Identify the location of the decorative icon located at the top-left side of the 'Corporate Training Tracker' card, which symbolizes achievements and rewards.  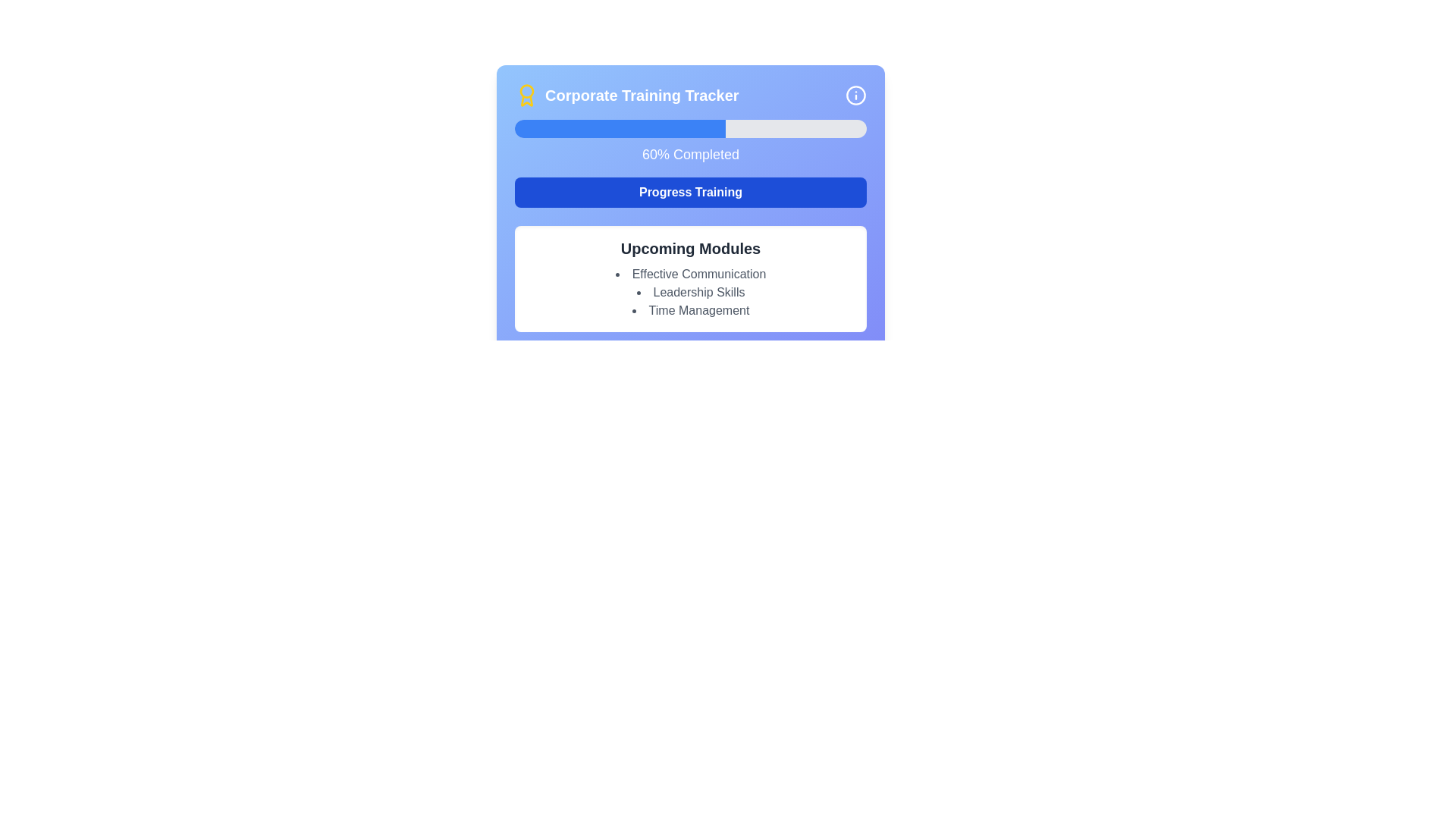
(527, 96).